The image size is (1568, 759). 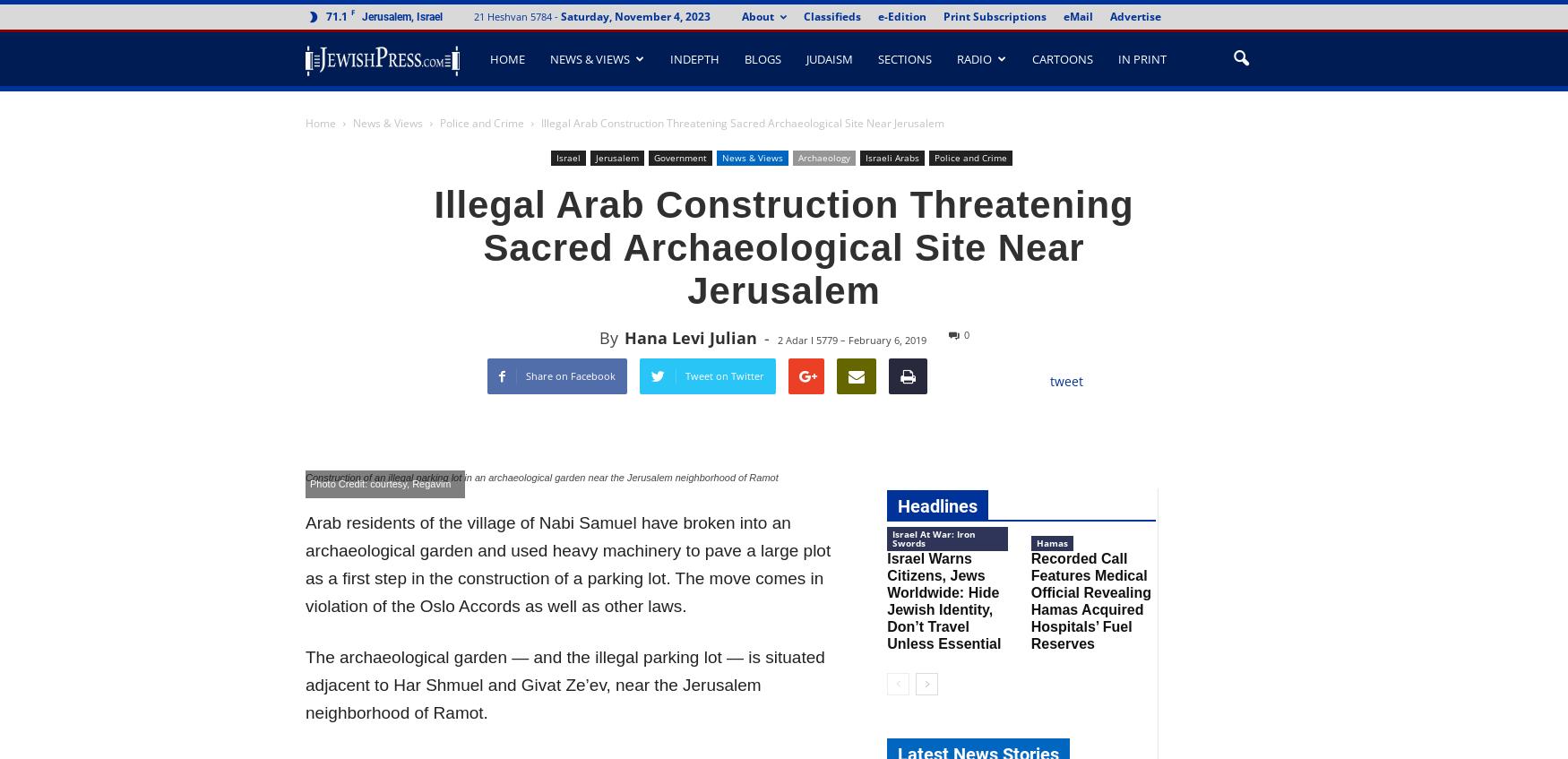 What do you see at coordinates (564, 684) in the screenshot?
I see `'The archaeological garden — and the illegal parking lot — is situated adjacent to Har Shmuel and Givat Ze’ev, near the Jerusalem neighborhood of Ramot.'` at bounding box center [564, 684].